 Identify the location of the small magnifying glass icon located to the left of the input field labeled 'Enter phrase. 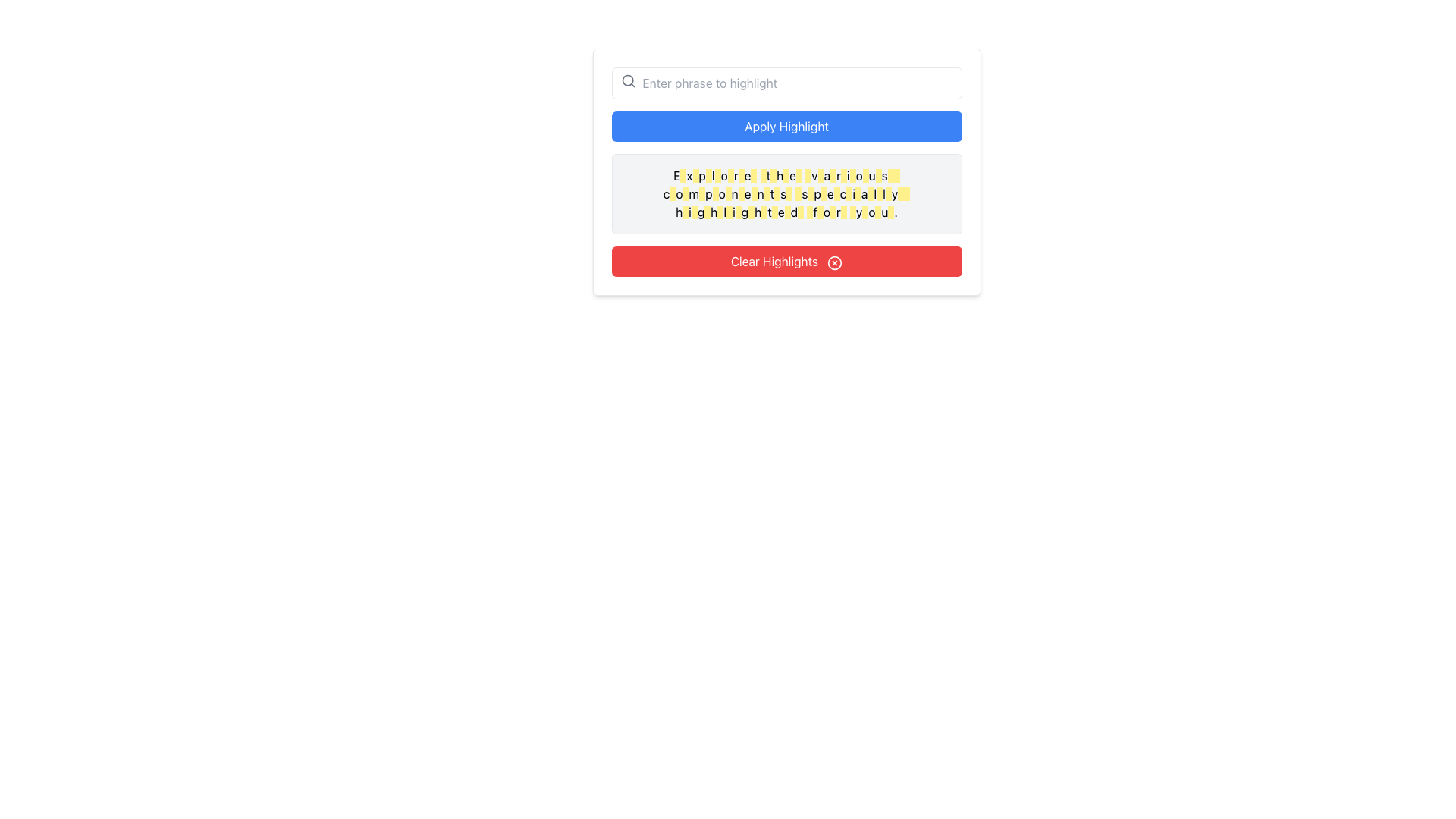
(628, 81).